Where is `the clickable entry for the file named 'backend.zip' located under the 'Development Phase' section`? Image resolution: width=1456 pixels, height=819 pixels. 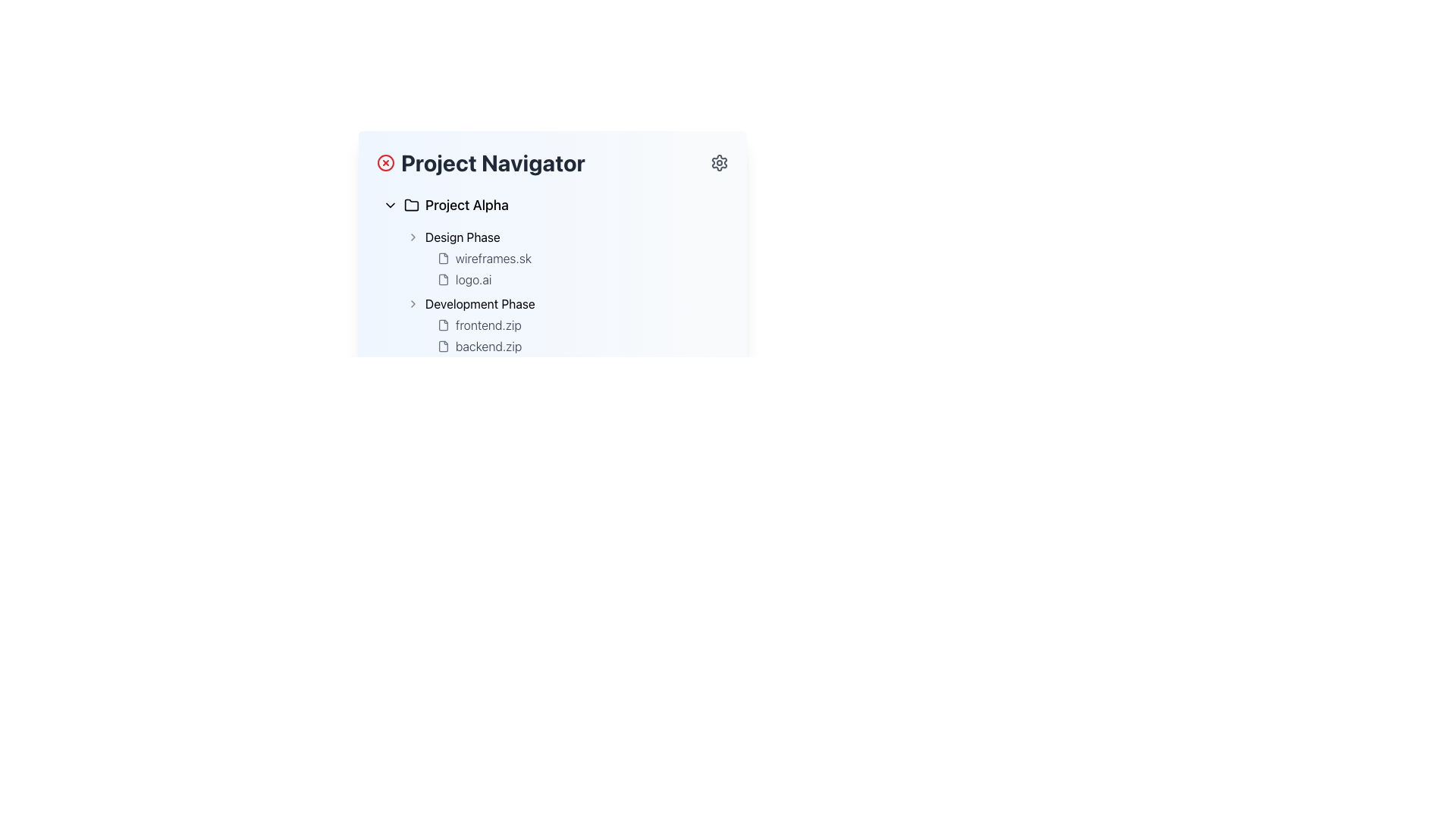 the clickable entry for the file named 'backend.zip' located under the 'Development Phase' section is located at coordinates (579, 346).